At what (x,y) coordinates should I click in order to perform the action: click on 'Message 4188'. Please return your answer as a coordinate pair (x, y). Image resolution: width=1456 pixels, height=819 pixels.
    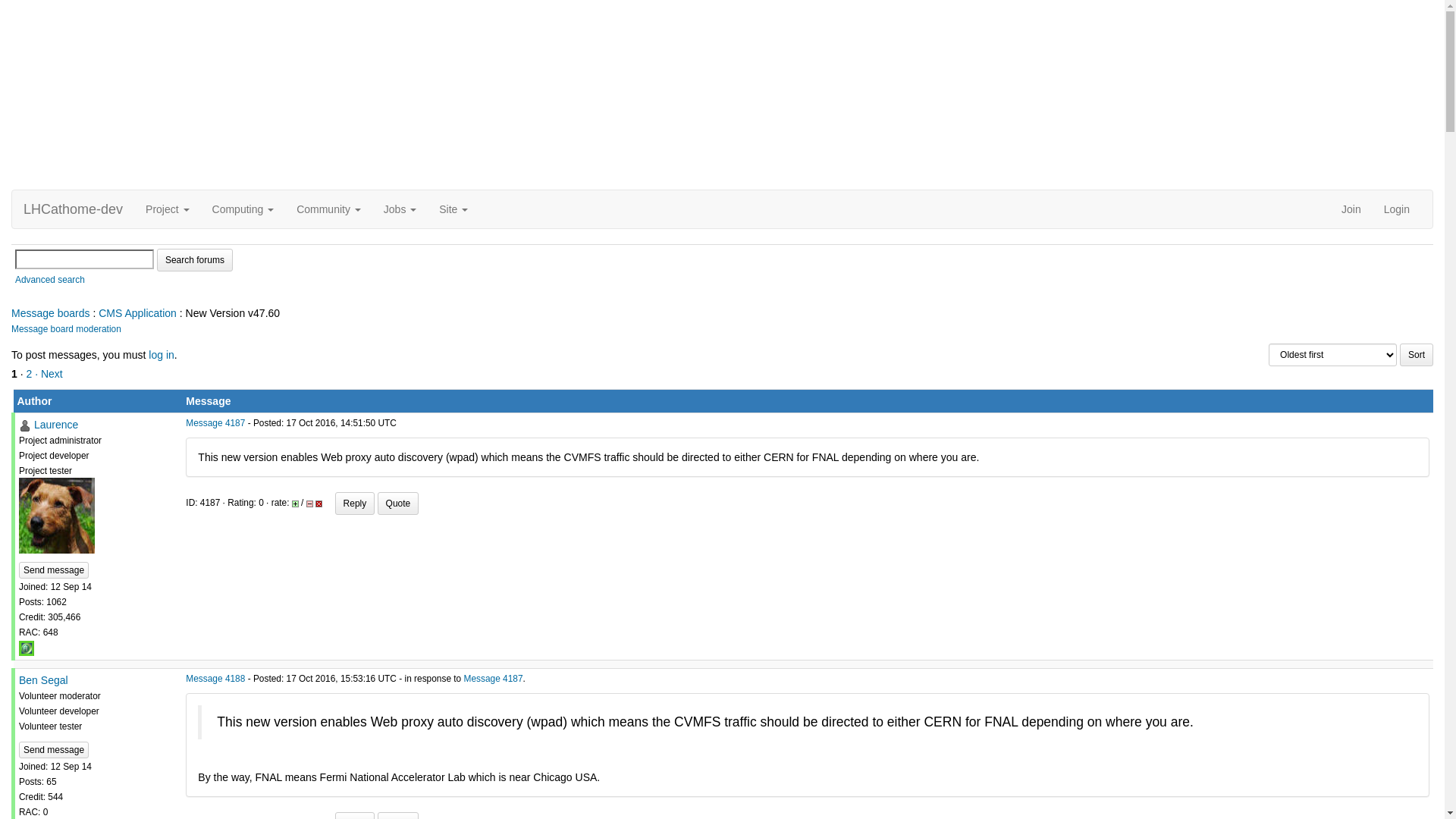
    Looking at the image, I should click on (214, 677).